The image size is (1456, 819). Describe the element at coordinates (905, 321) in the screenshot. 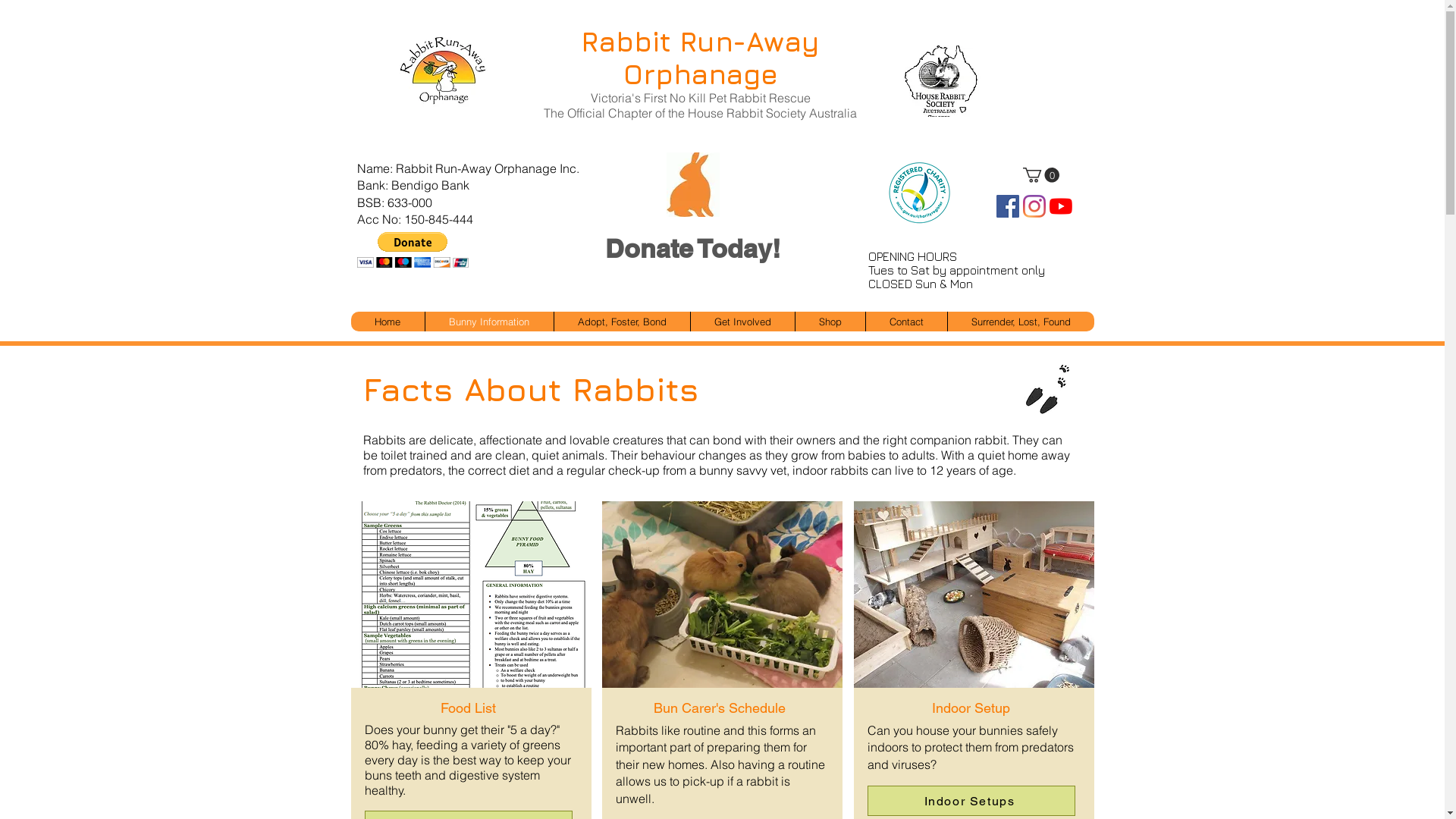

I see `'Contact'` at that location.